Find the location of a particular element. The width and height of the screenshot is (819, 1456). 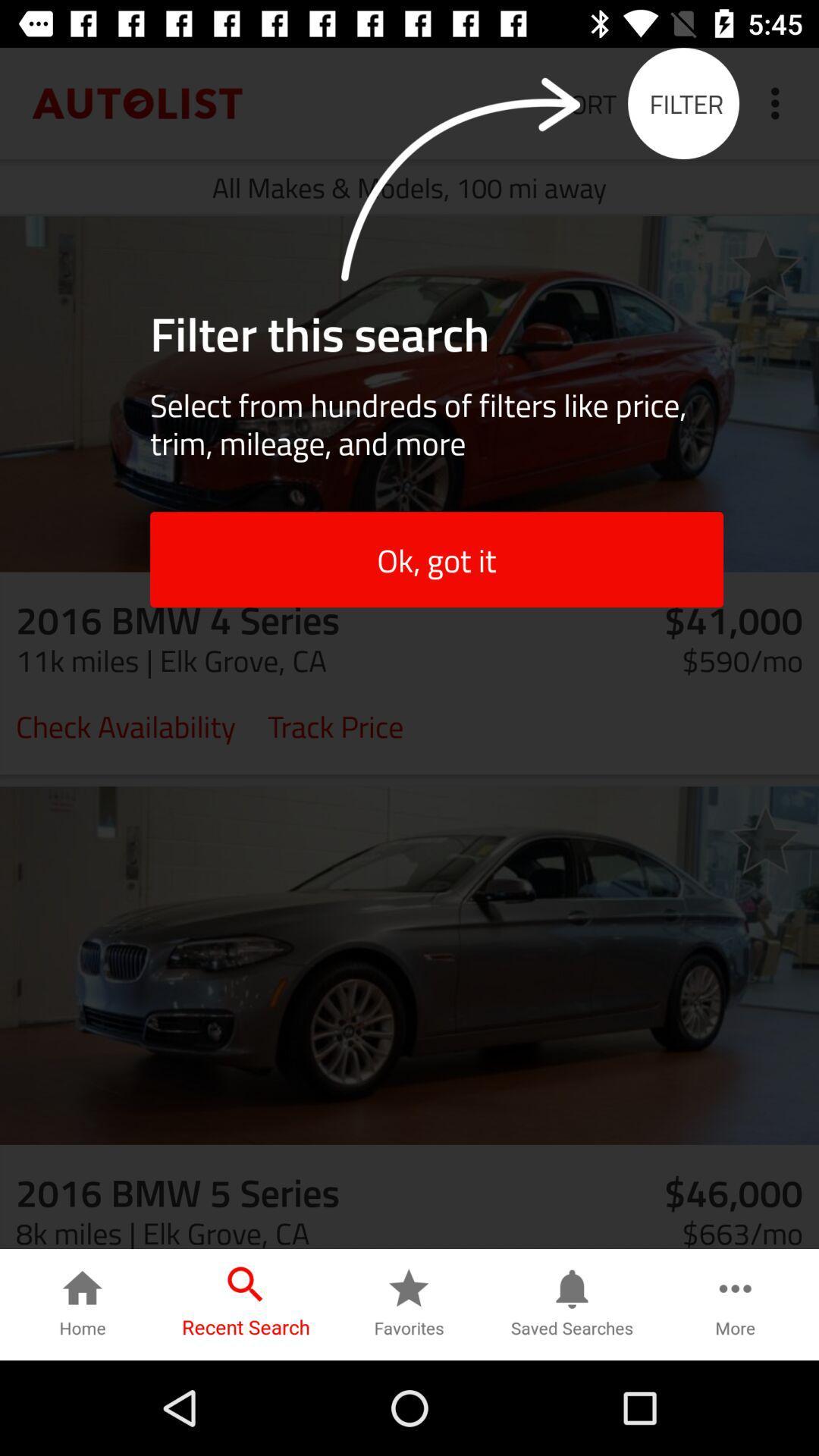

the item to the left of the filter item is located at coordinates (585, 102).